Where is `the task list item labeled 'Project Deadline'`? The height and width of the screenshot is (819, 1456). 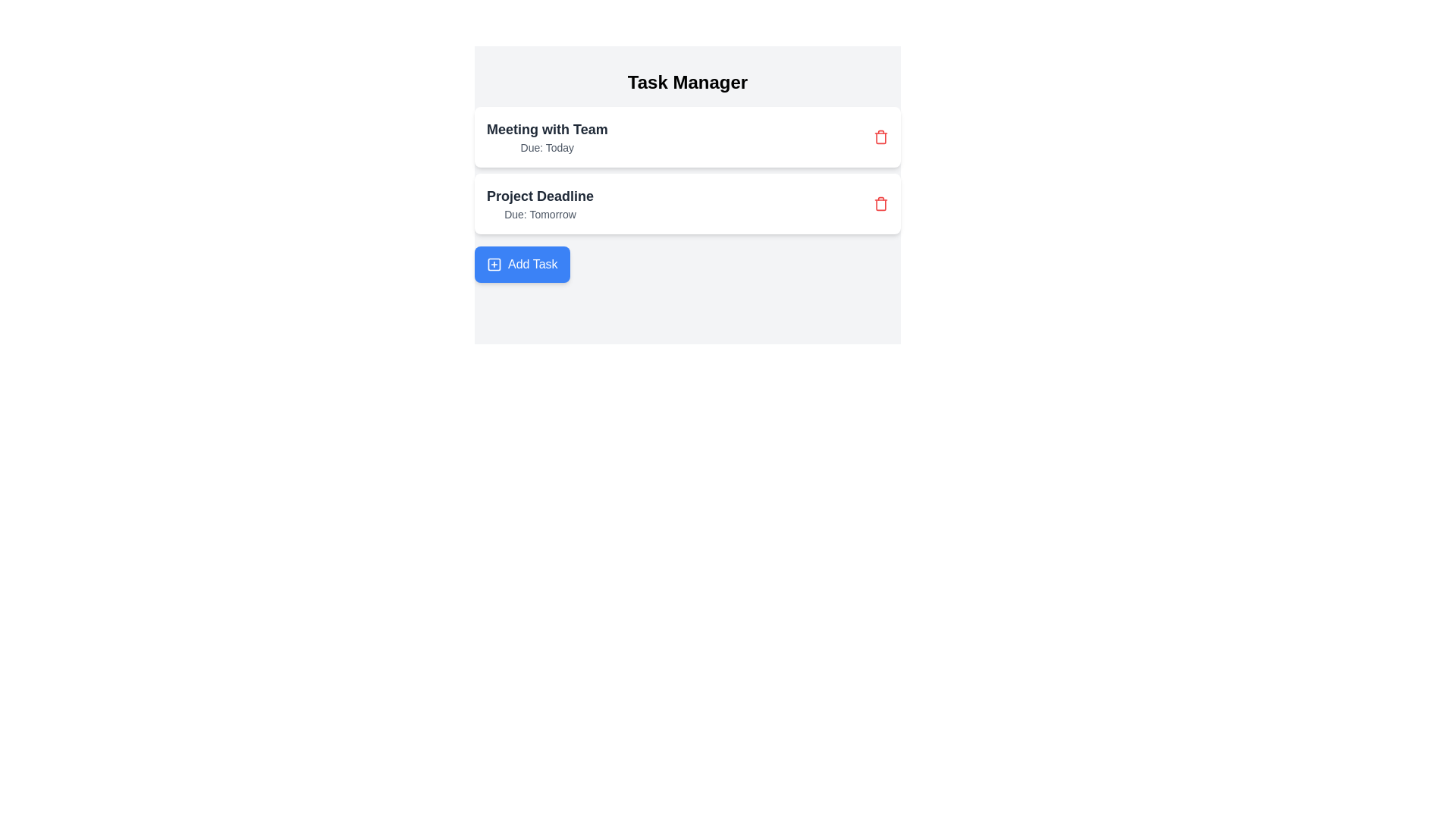
the task list item labeled 'Project Deadline' is located at coordinates (687, 185).